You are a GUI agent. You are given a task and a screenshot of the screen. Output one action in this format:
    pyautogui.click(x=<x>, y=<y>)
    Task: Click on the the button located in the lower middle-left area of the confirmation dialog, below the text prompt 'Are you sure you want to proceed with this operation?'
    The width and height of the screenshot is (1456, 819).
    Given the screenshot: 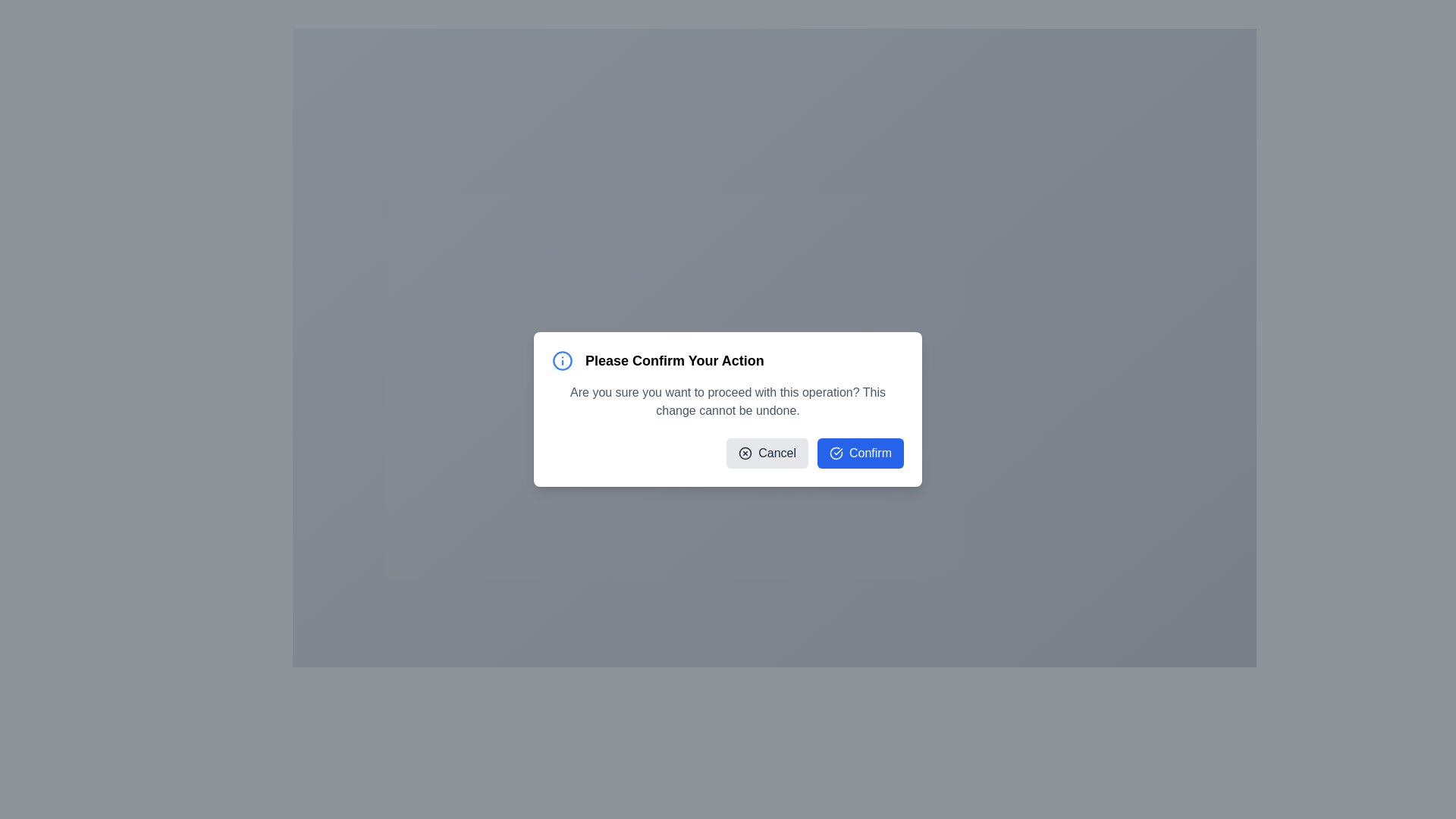 What is the action you would take?
    pyautogui.click(x=774, y=438)
    